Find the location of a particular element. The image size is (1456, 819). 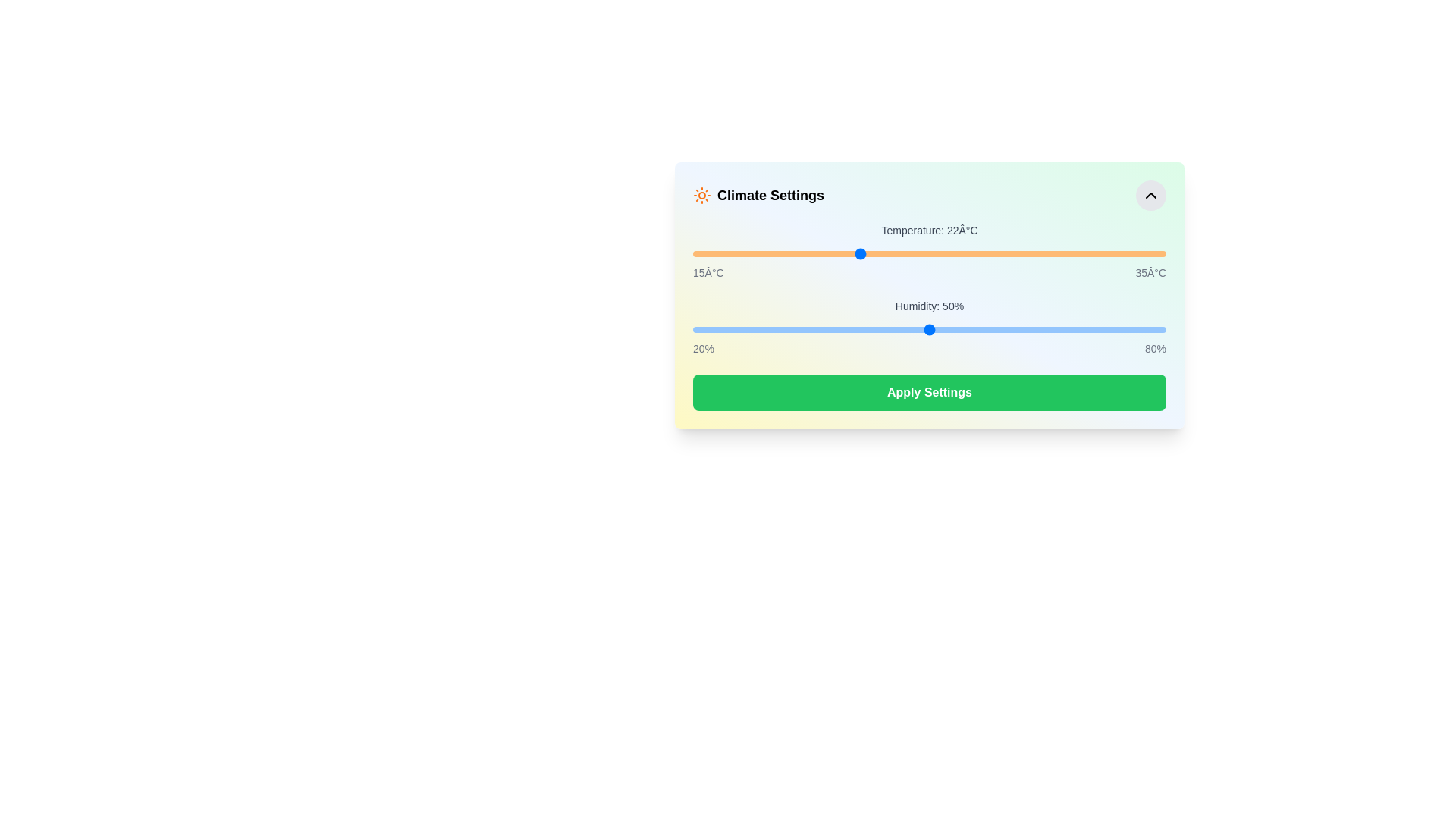

the label displaying 'Temperature: 22°C', which is styled in gray and positioned above the orange slider bar is located at coordinates (928, 231).